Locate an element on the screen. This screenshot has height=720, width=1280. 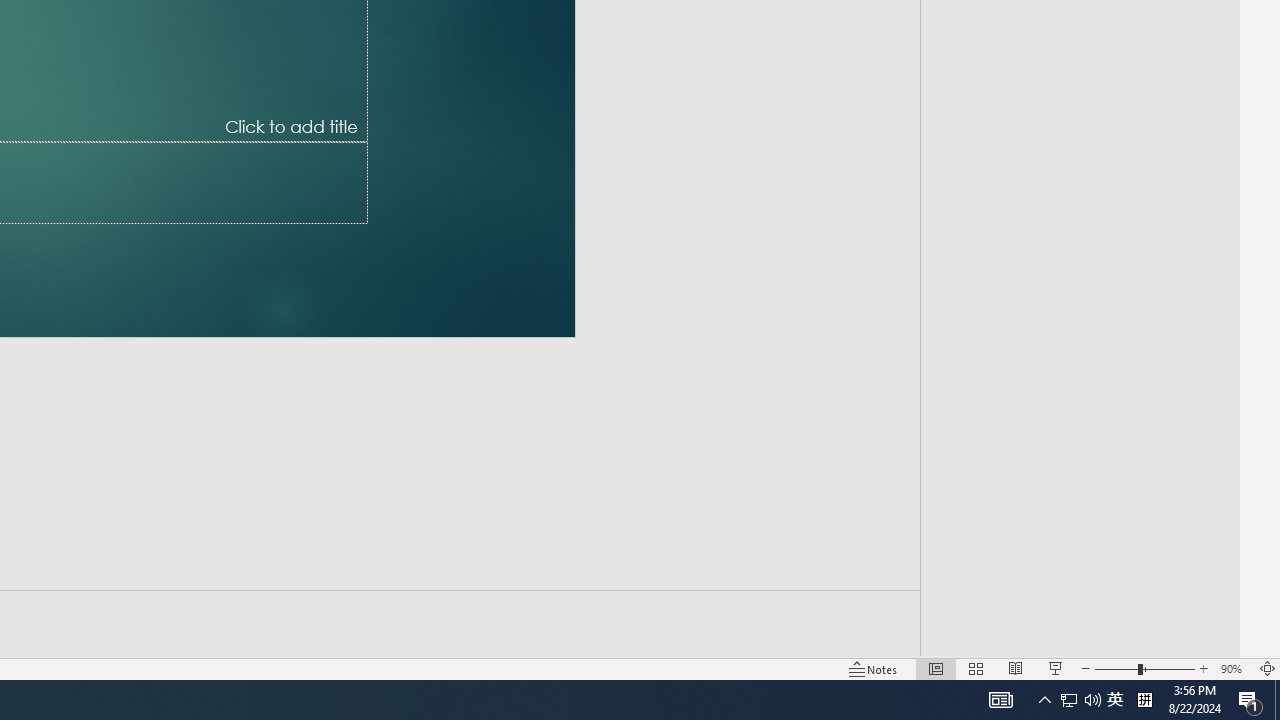
'Zoom 90%' is located at coordinates (1233, 669).